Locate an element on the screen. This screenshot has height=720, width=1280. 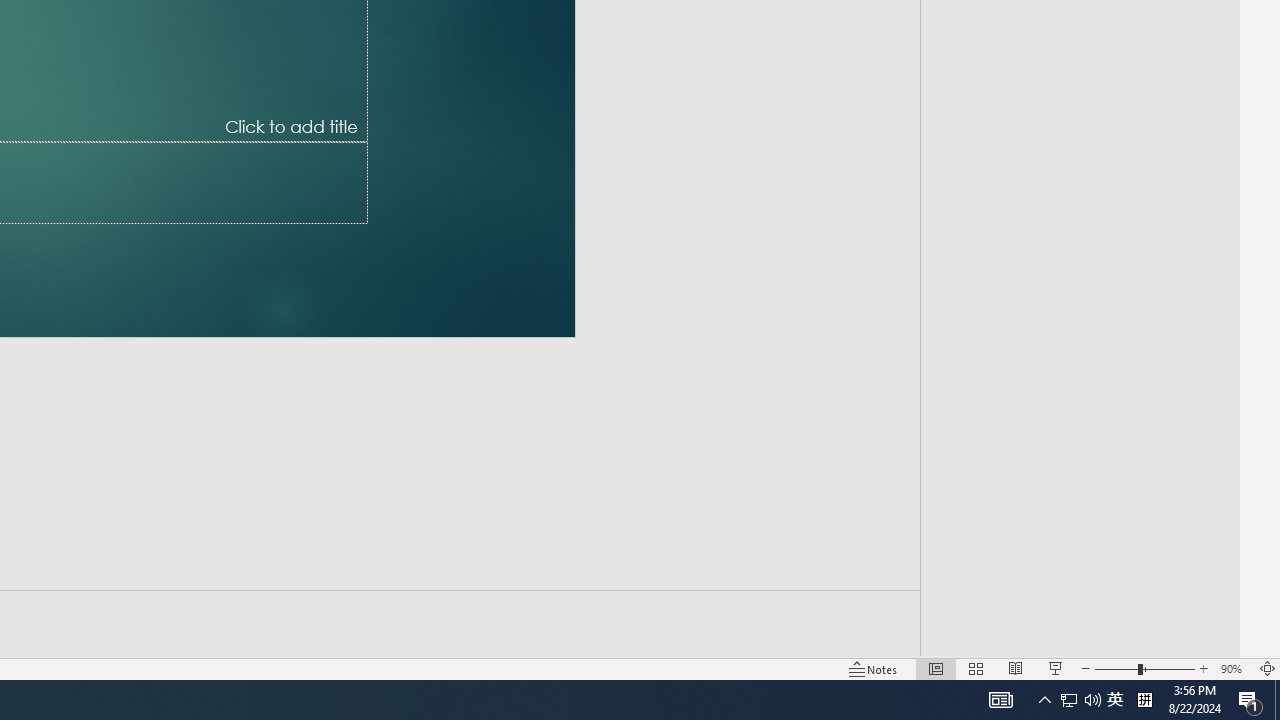
'Zoom 90%' is located at coordinates (1233, 669).